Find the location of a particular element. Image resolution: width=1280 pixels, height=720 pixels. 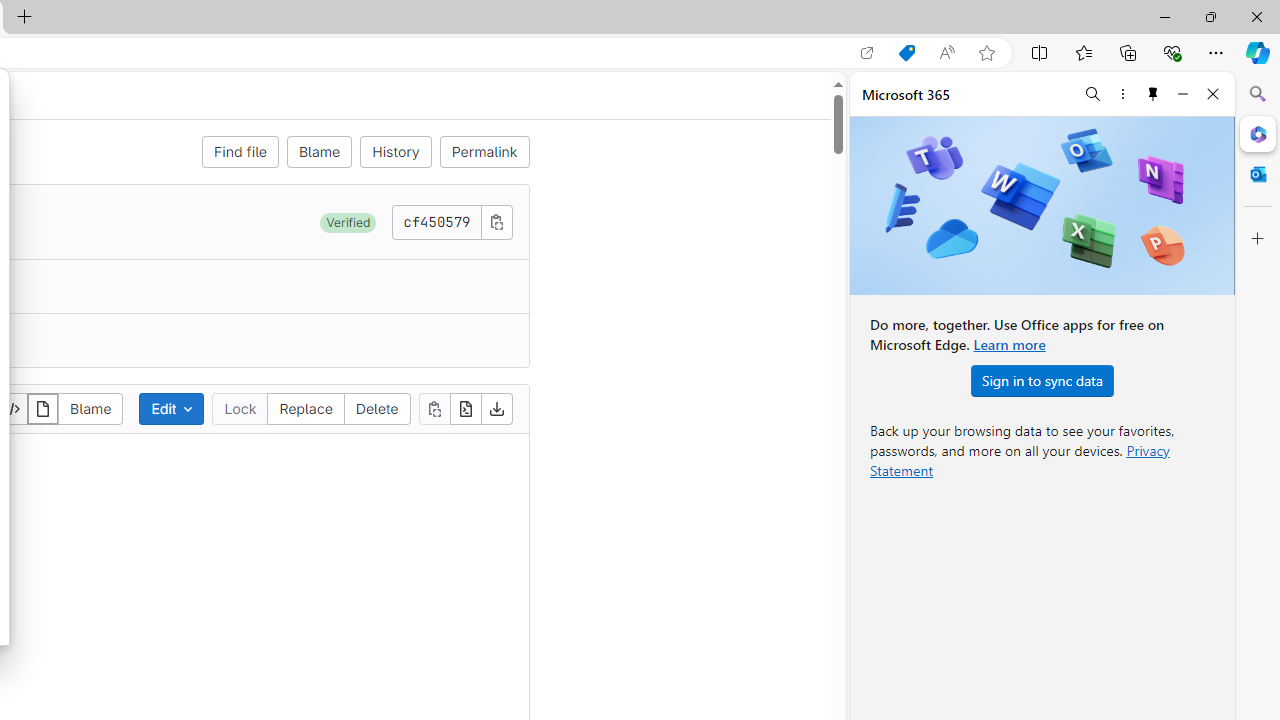

'Blame' is located at coordinates (318, 150).